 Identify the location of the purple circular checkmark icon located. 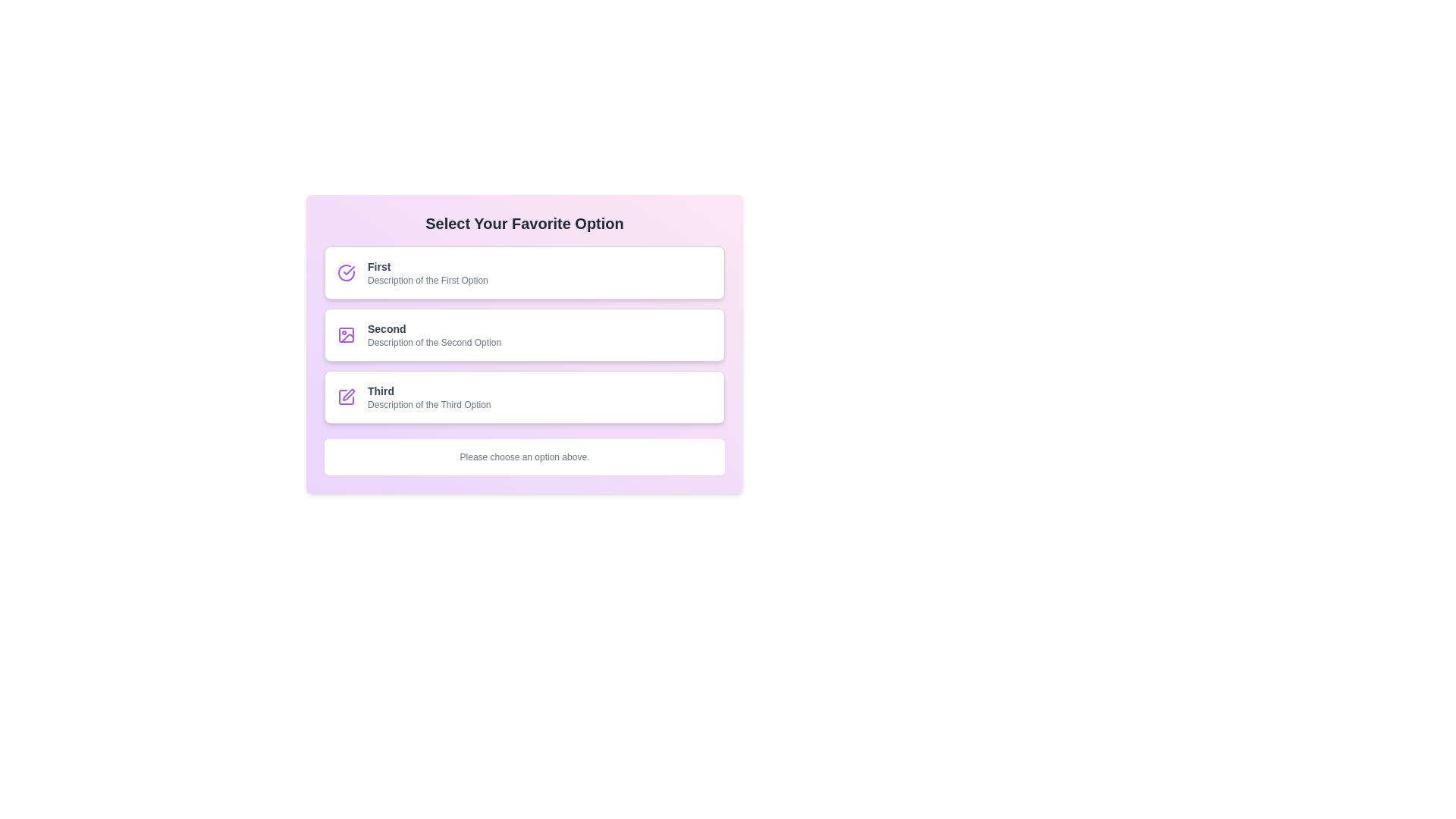
(345, 271).